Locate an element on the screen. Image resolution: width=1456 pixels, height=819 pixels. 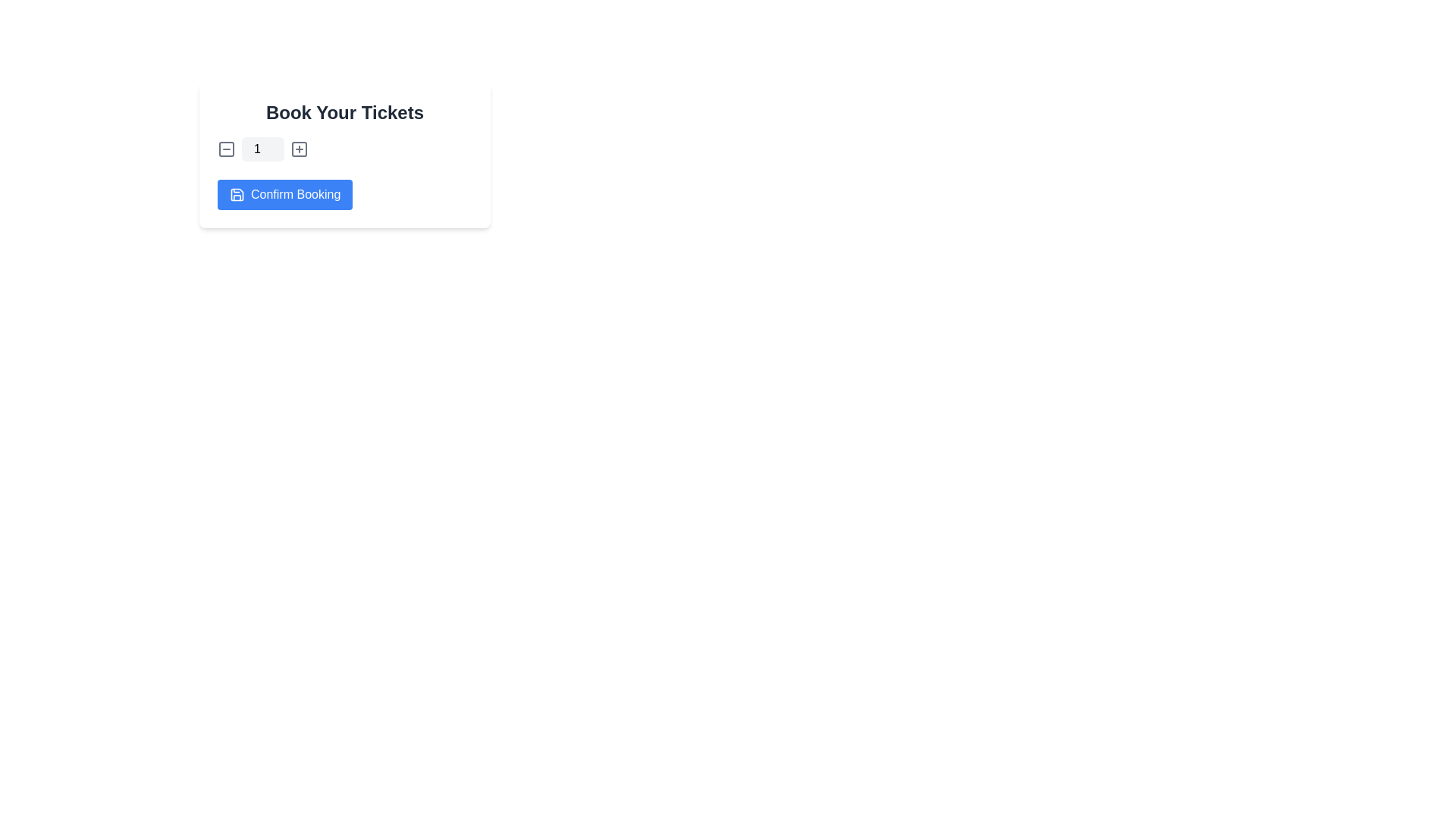
the minus icon button located under the 'Book Your Tickets' heading, which is the first element in a sequence of controls, to decrement the value is located at coordinates (225, 149).